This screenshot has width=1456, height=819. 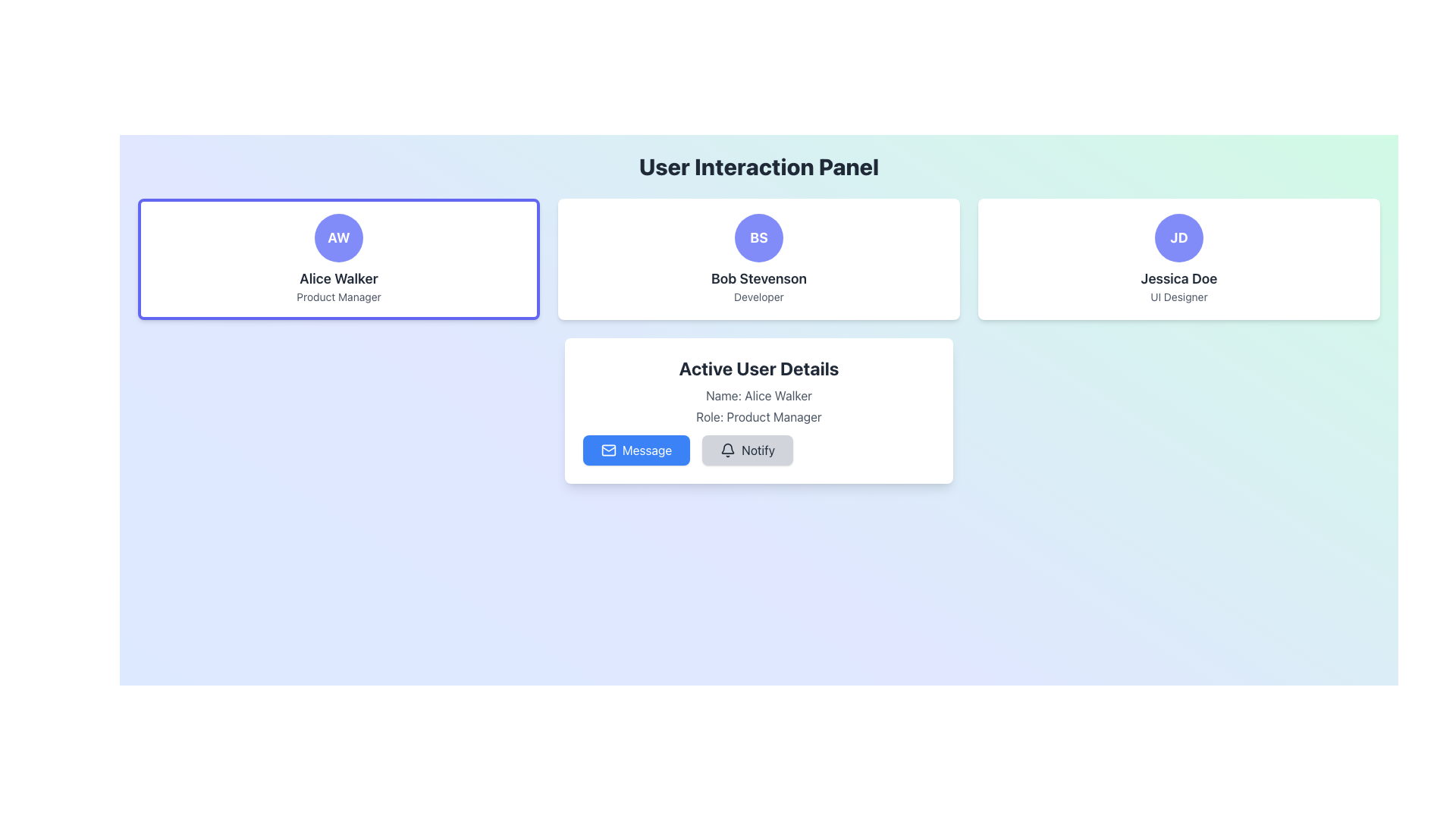 I want to click on the notification button located to the right of the 'Message' button in the 'Active User Details' section to observe interaction effects, so click(x=748, y=450).